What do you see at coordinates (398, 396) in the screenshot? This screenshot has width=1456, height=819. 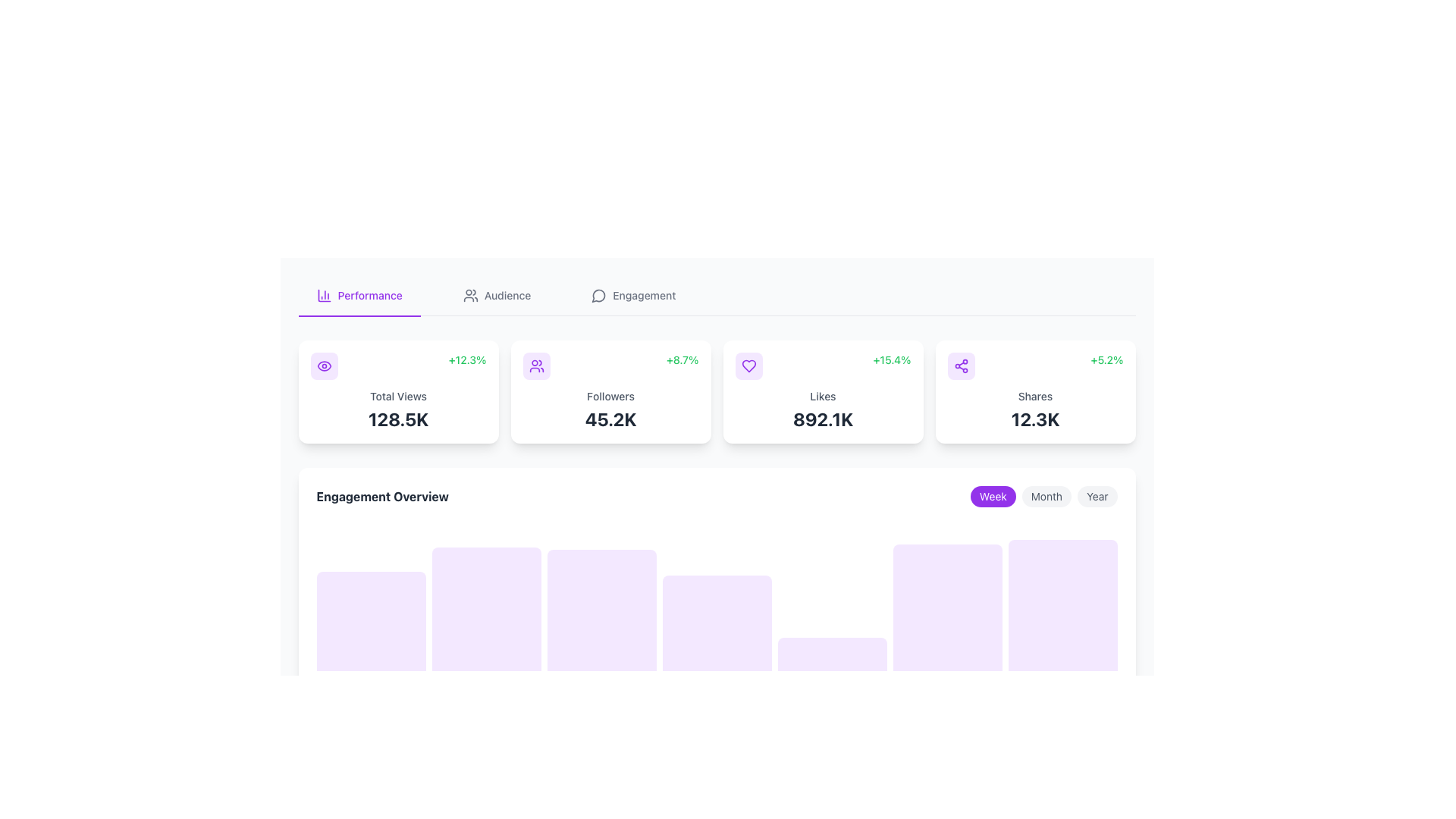 I see `the text label indicating total views, which is located within the first card on the dashboard, positioned below the percentage growth label and above the numerical statistic` at bounding box center [398, 396].